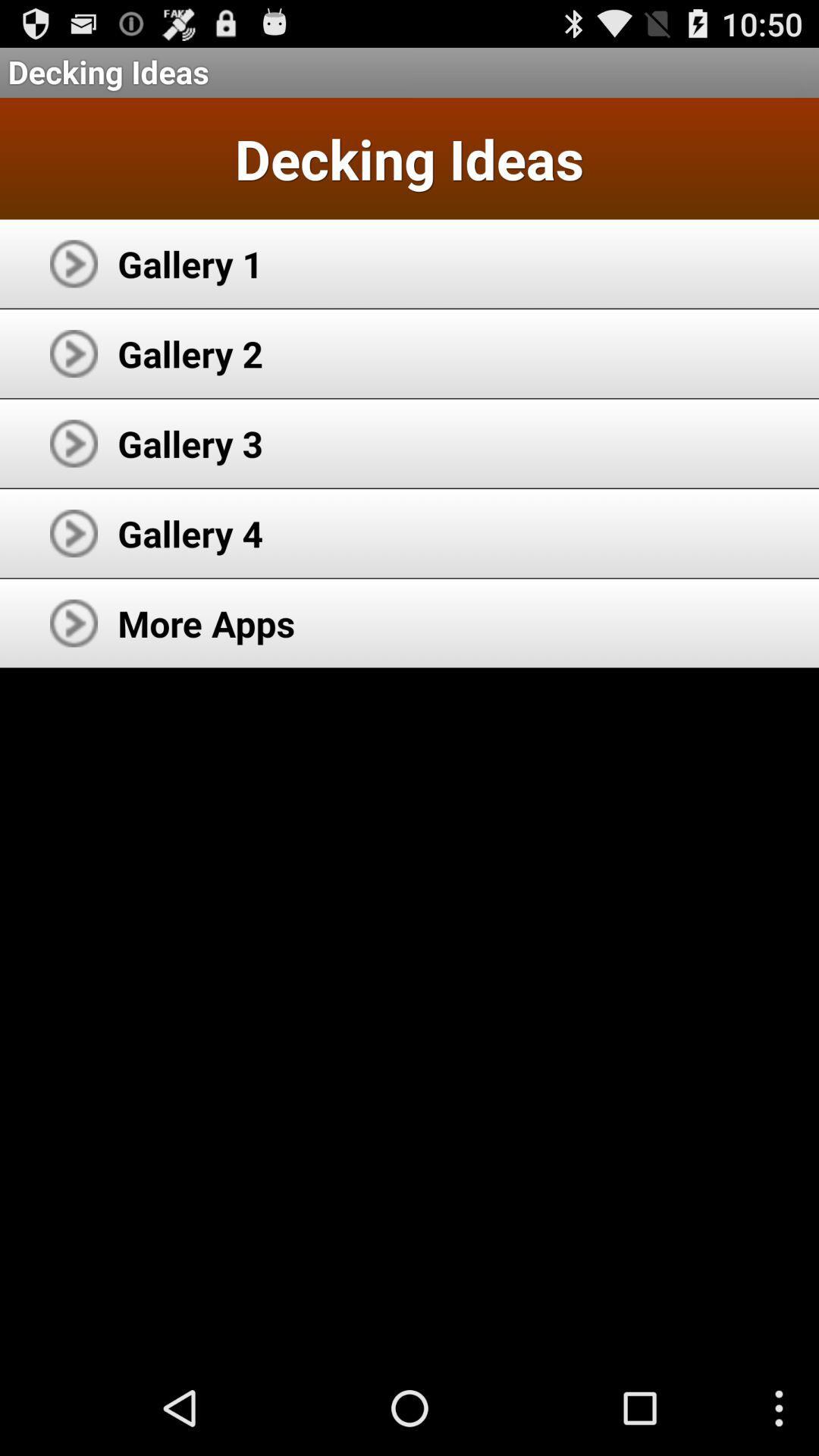 Image resolution: width=819 pixels, height=1456 pixels. What do you see at coordinates (190, 353) in the screenshot?
I see `the item above gallery 3 icon` at bounding box center [190, 353].